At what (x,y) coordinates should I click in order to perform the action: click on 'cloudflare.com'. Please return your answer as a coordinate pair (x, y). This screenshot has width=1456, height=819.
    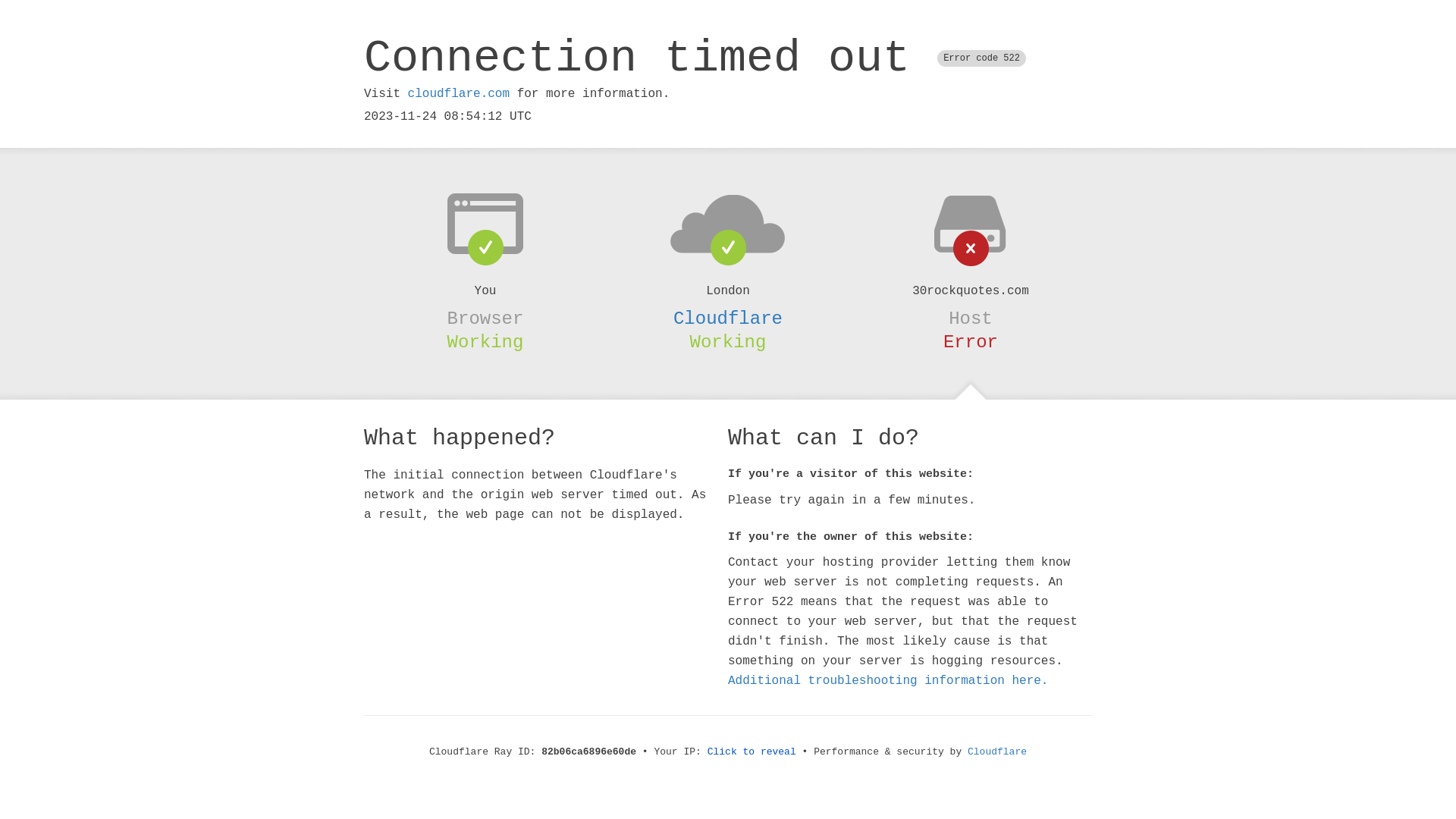
    Looking at the image, I should click on (457, 93).